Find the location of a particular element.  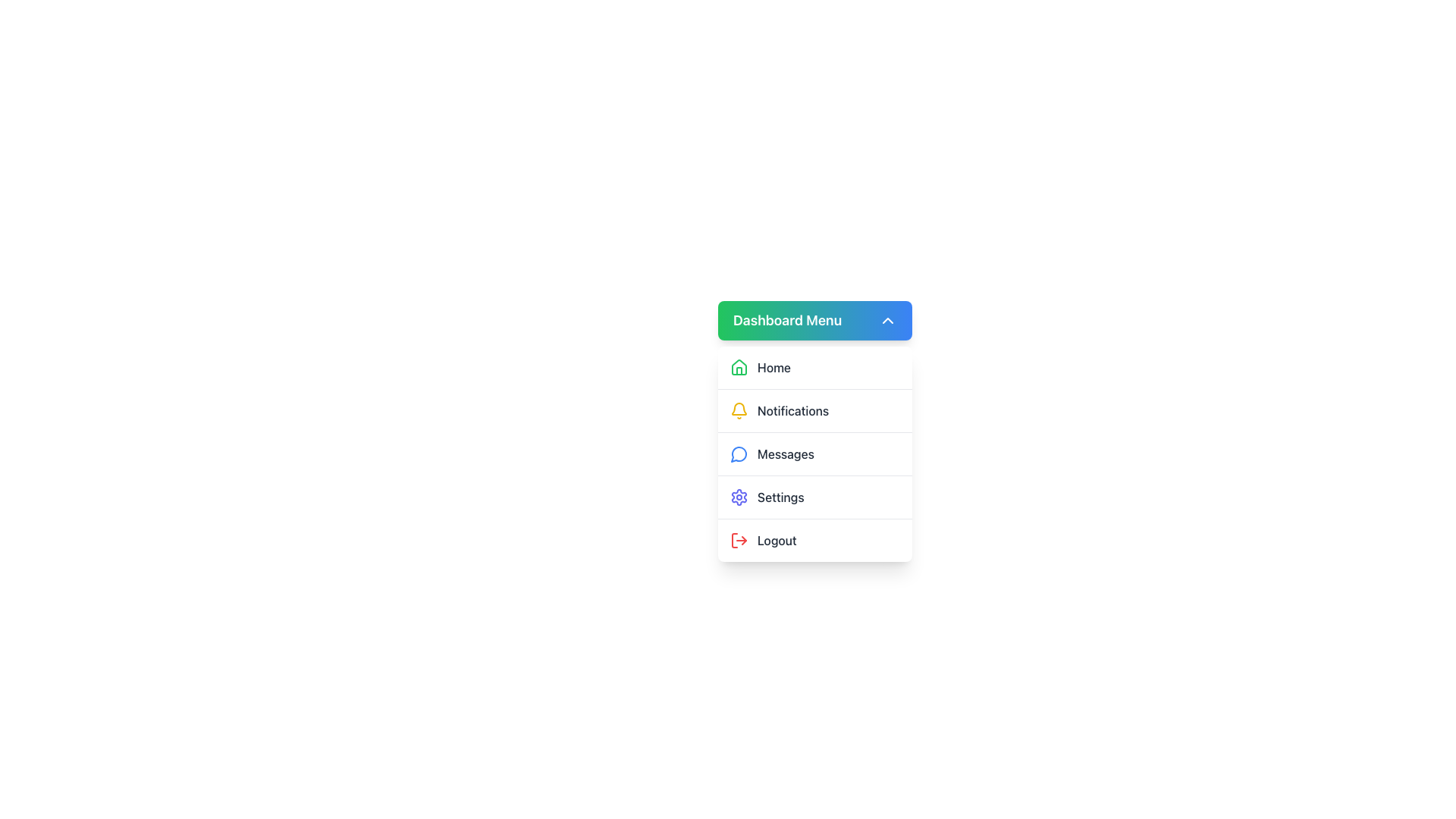

the second item in the navigation dropdown menu that opens the notifications page or section is located at coordinates (814, 409).